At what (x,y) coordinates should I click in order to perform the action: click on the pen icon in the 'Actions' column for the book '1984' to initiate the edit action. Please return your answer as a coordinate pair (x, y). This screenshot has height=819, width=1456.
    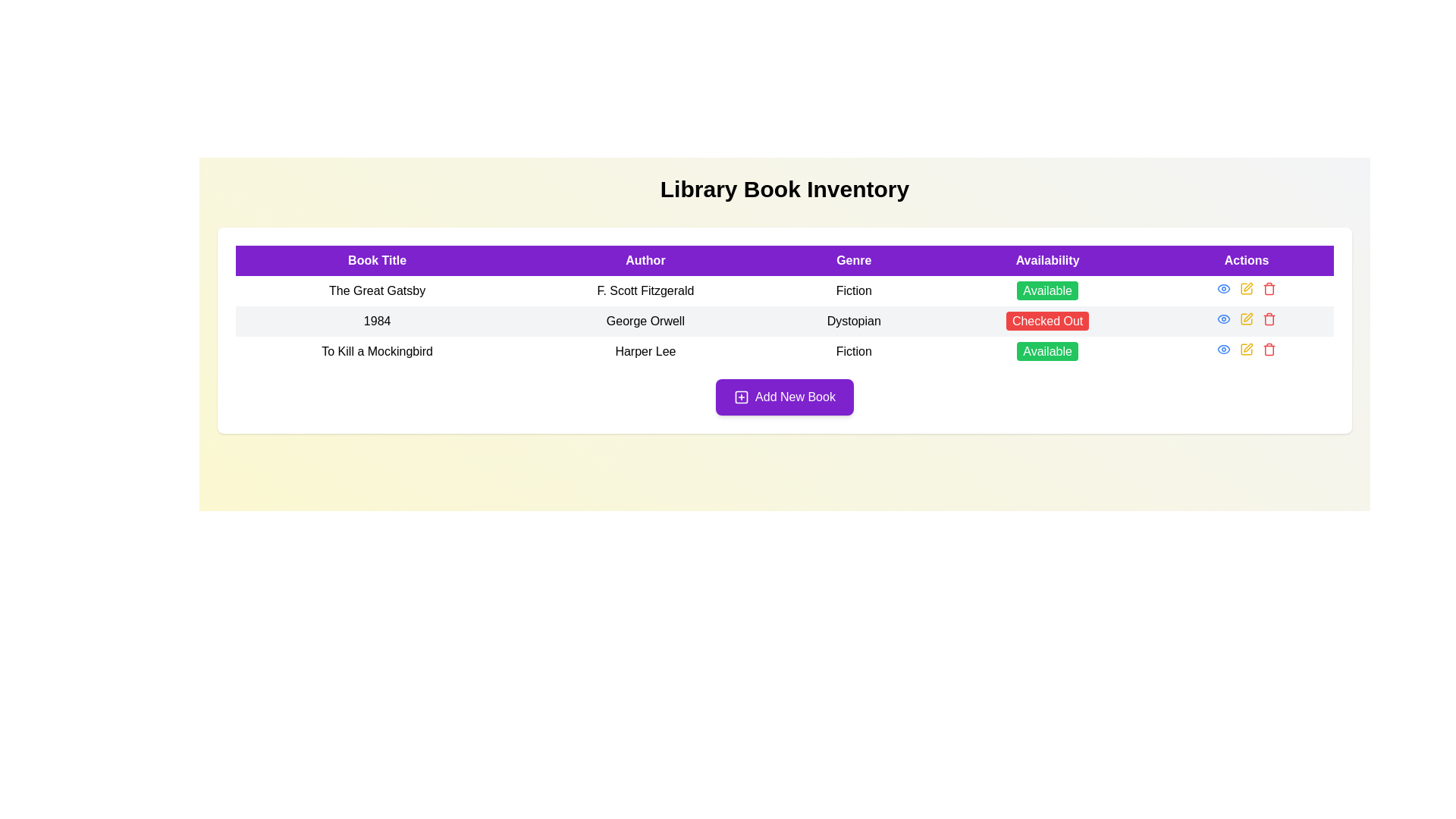
    Looking at the image, I should click on (1248, 316).